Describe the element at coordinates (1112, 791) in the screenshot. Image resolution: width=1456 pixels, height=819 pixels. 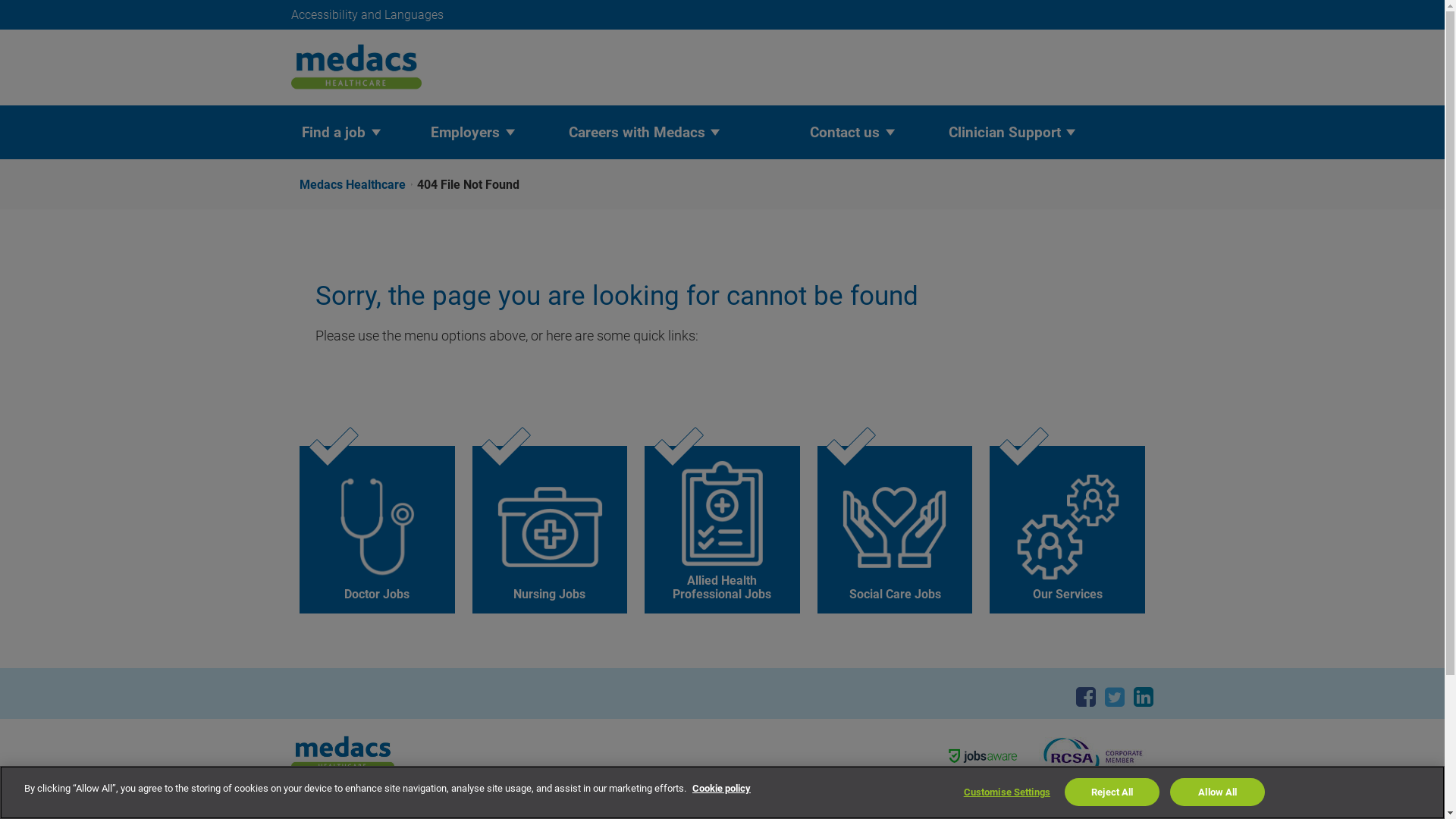
I see `'Reject All'` at that location.